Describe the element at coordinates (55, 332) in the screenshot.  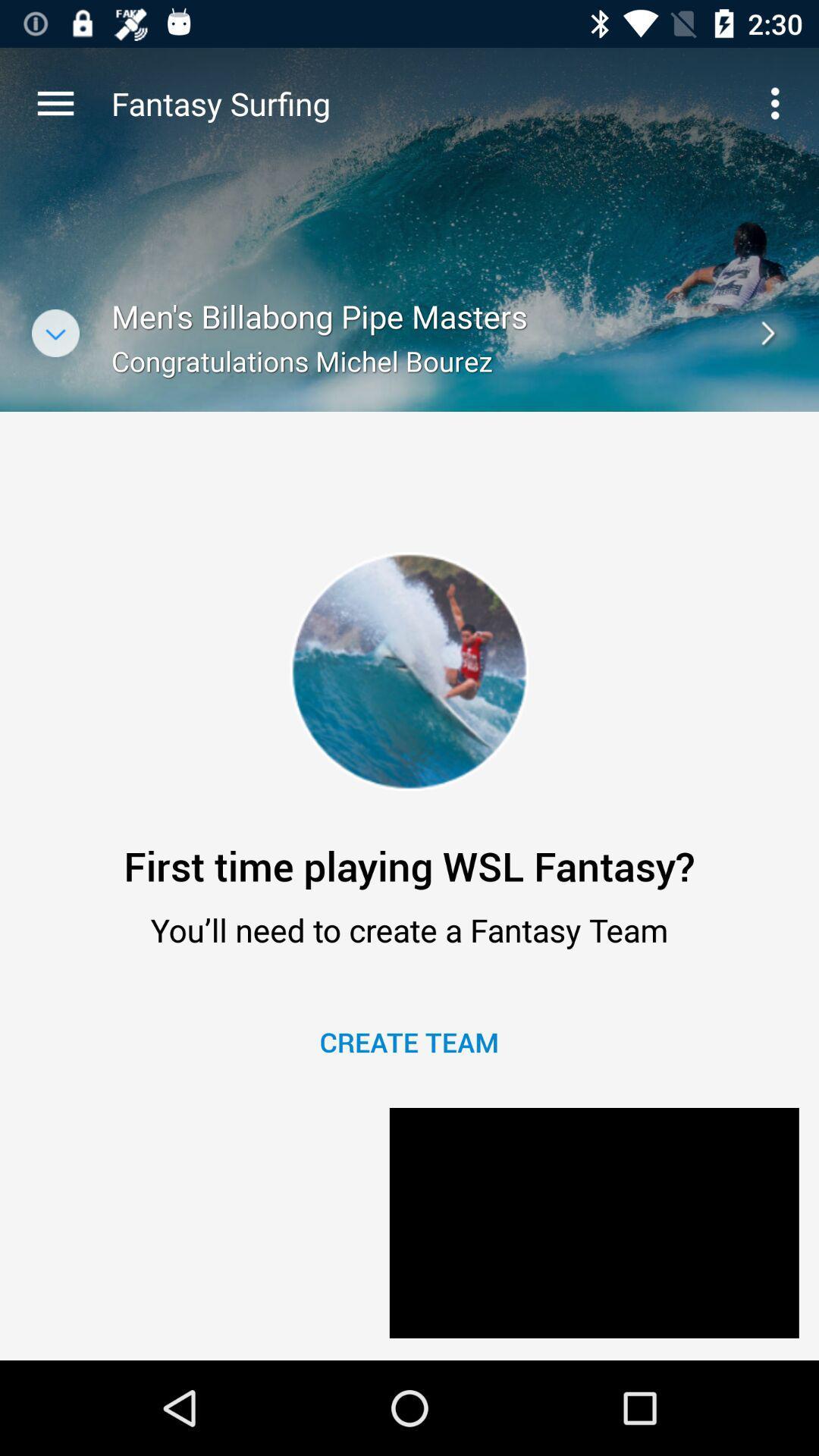
I see `show more information` at that location.